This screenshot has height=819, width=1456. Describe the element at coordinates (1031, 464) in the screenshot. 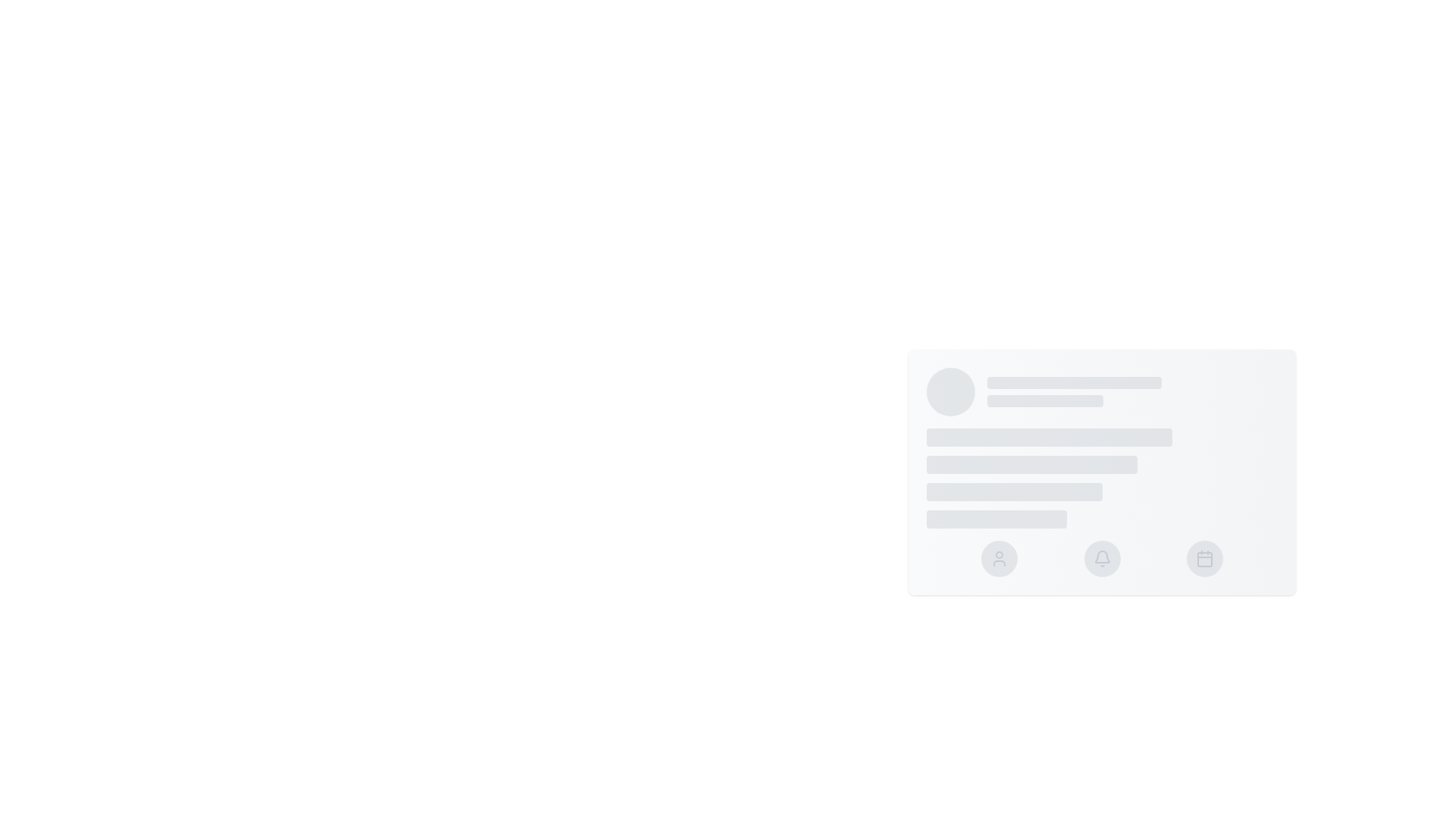

I see `the second Skeleton loader bar, which serves as a visual representation for loading content, located centrally below the first element in a vertical stack of four similar elements` at that location.